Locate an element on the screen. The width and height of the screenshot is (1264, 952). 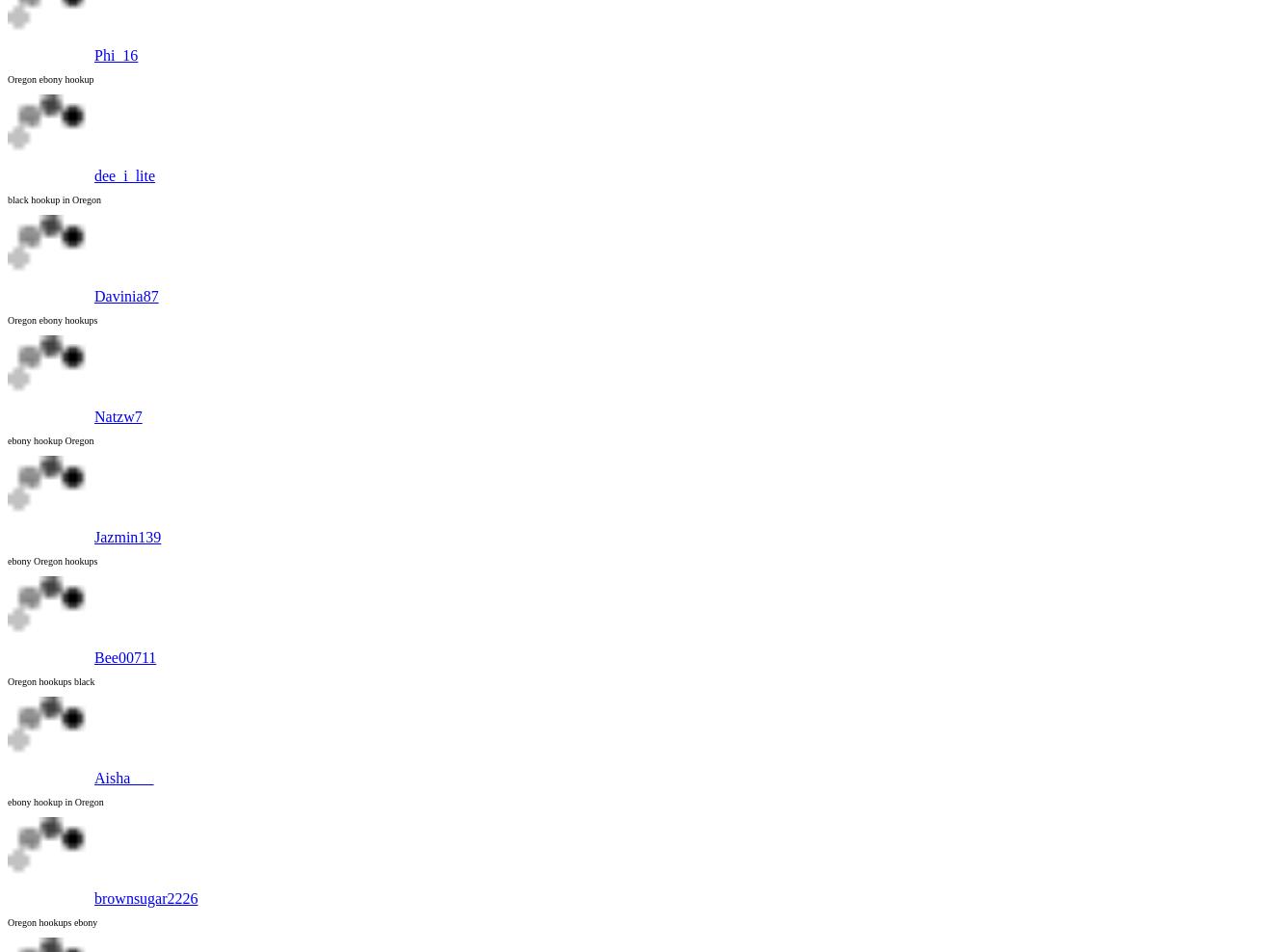
'Aisha___' is located at coordinates (123, 778).